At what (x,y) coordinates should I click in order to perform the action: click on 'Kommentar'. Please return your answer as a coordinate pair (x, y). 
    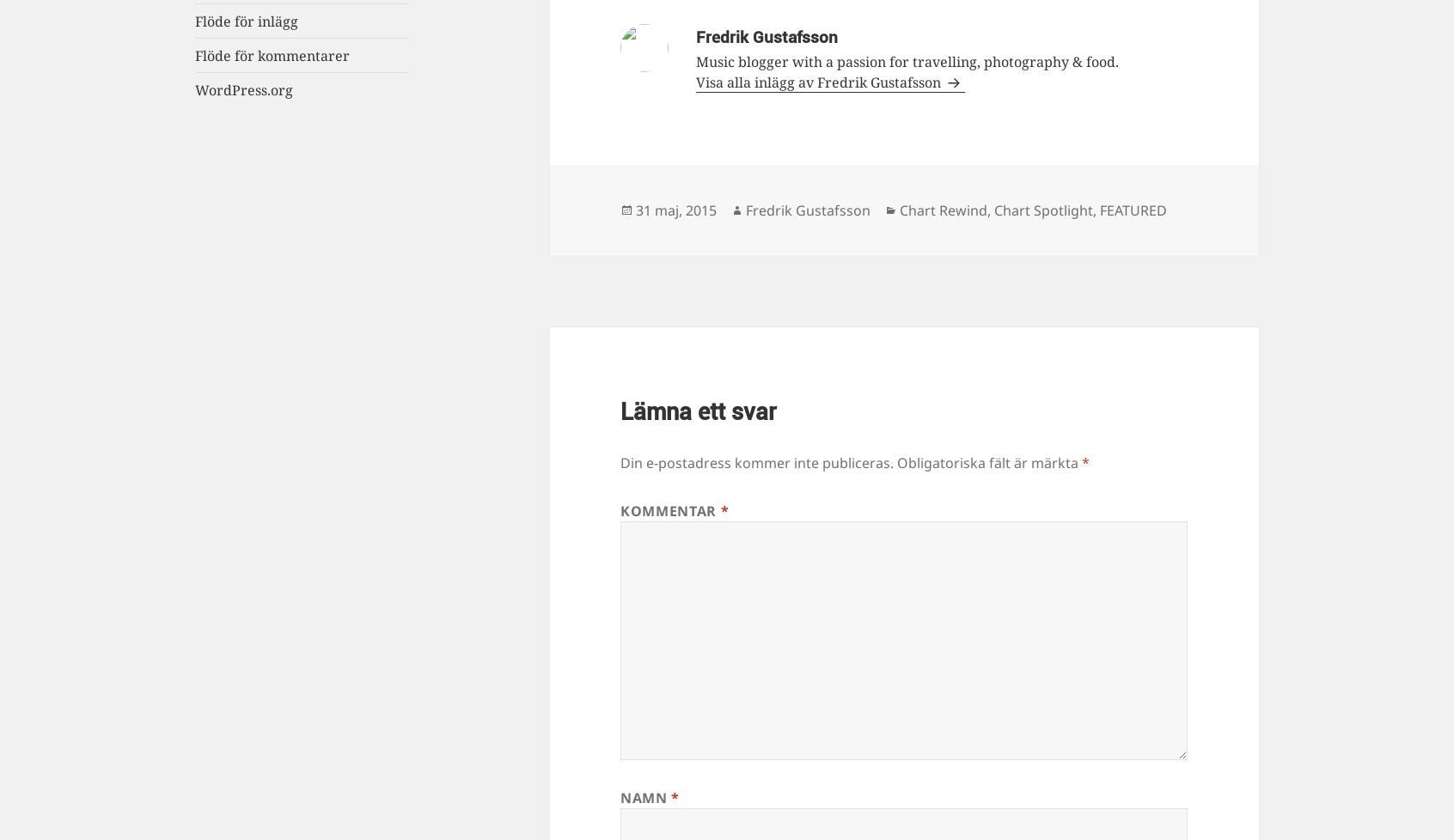
    Looking at the image, I should click on (670, 511).